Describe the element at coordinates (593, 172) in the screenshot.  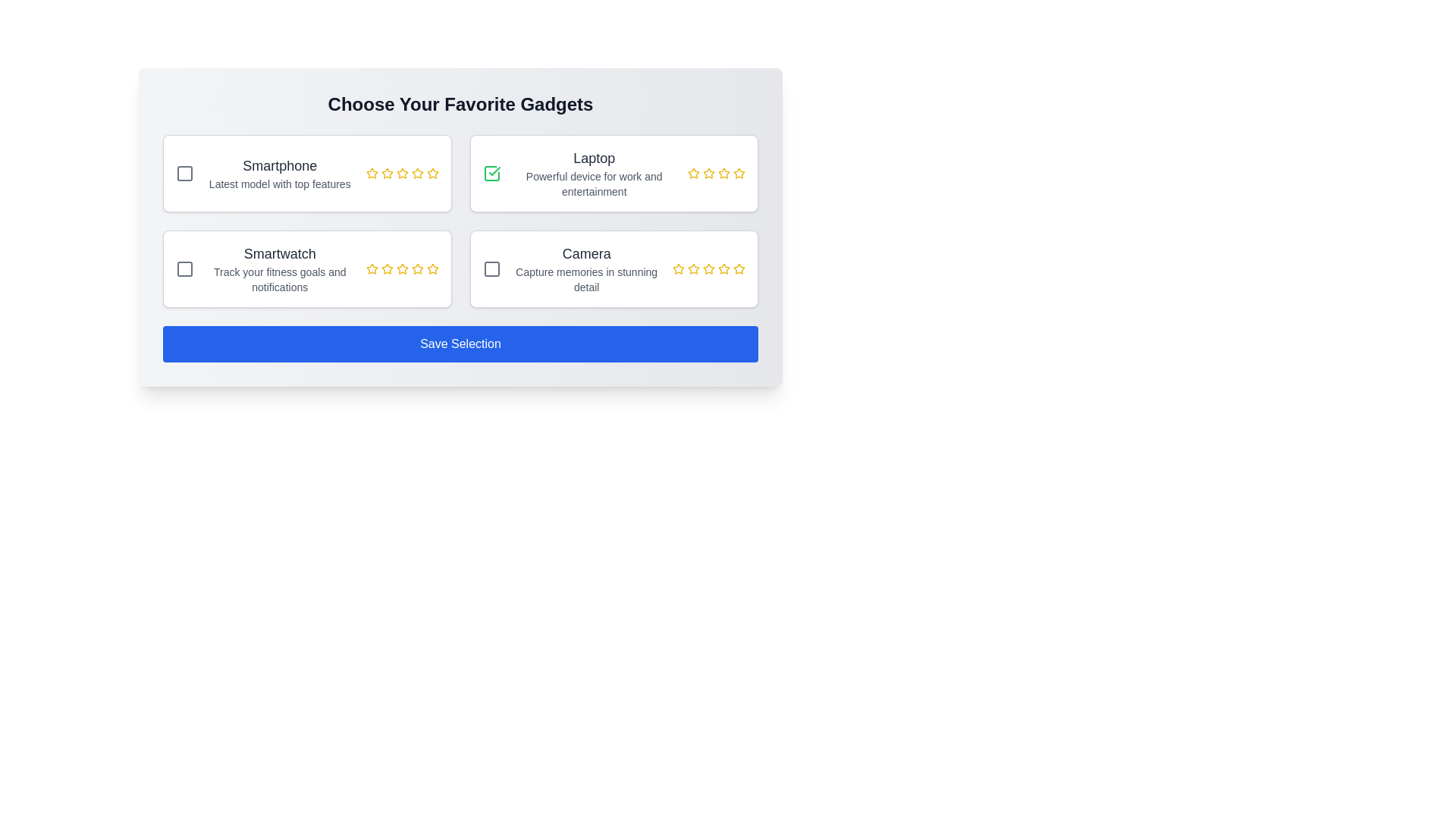
I see `title 'Laptop' and the description 'Powerful device for work and entertainment' from the TextBlock located in the top-right box of the gadget options grid` at that location.